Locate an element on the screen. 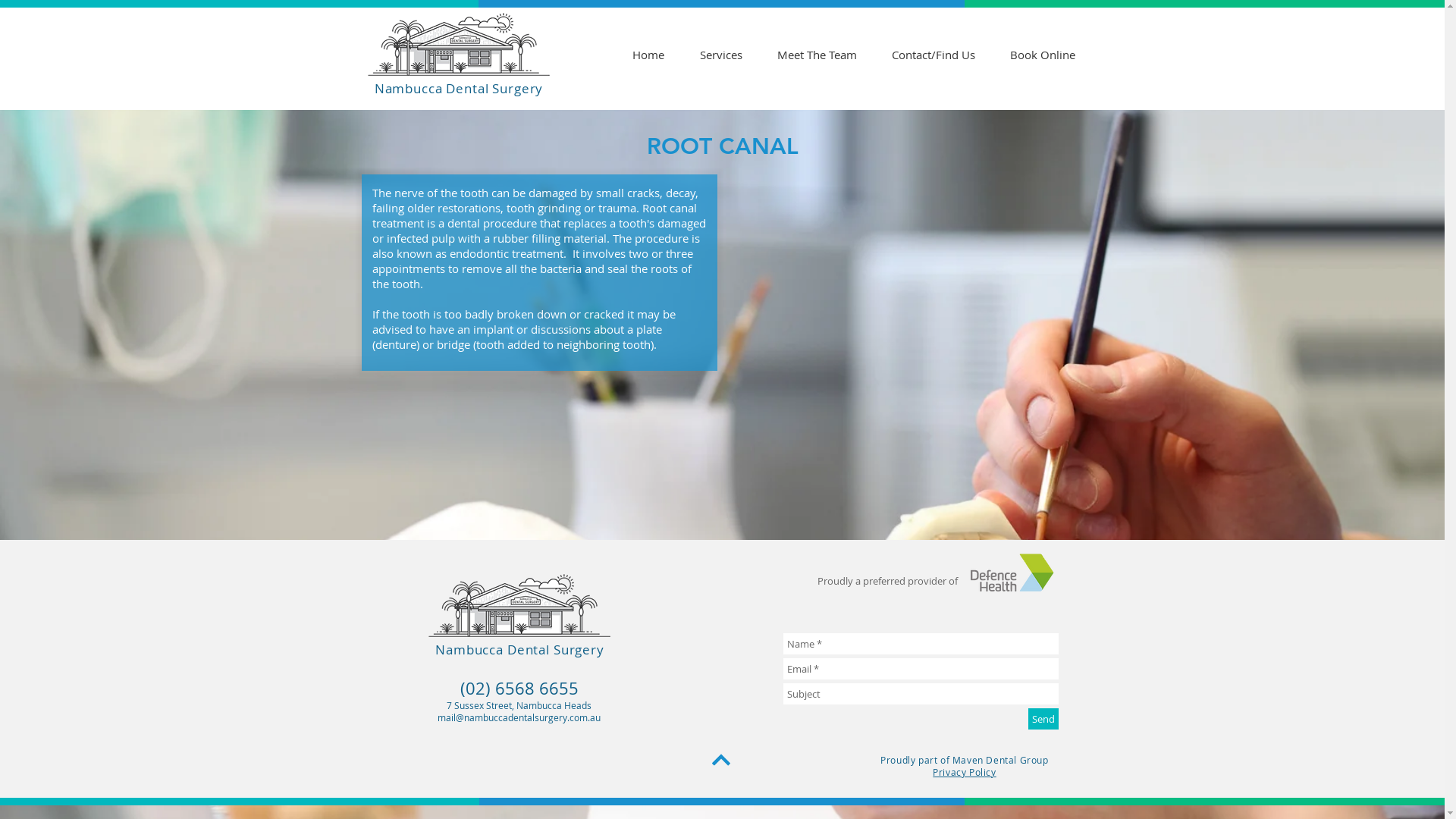 Image resolution: width=1456 pixels, height=819 pixels. 'Send' is located at coordinates (1043, 718).